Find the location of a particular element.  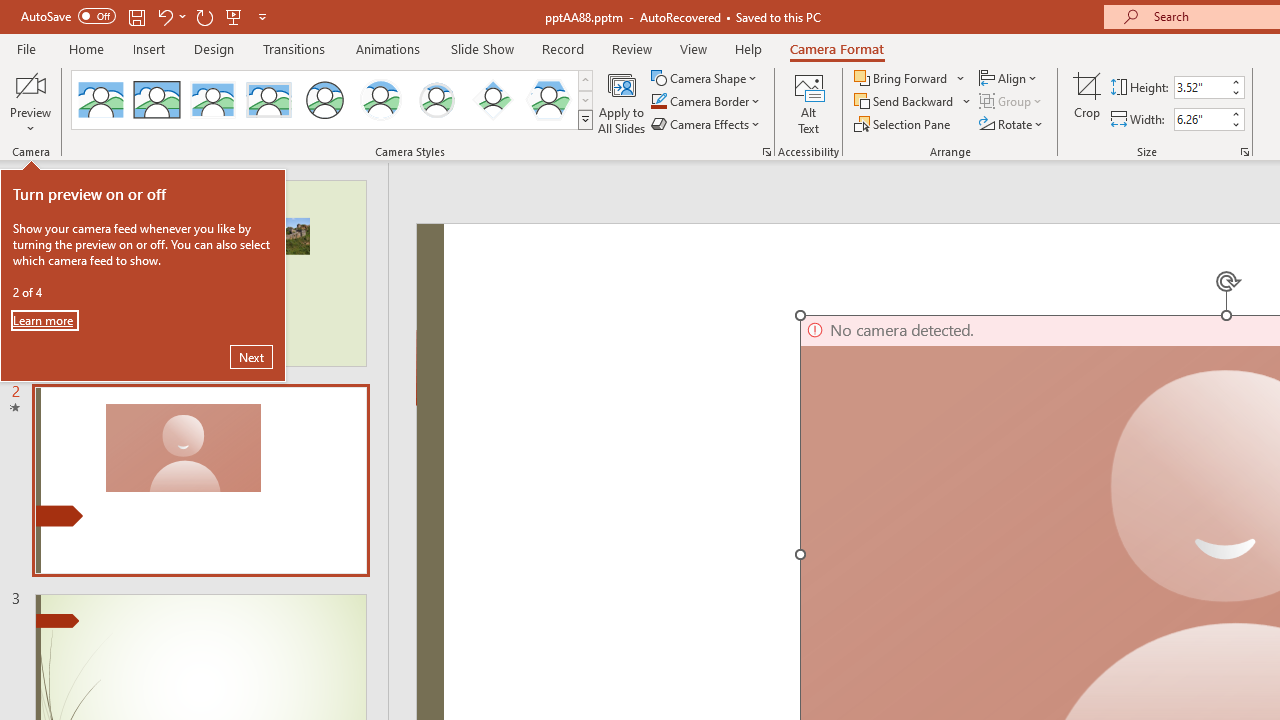

'Simple Frame Rectangle' is located at coordinates (156, 100).